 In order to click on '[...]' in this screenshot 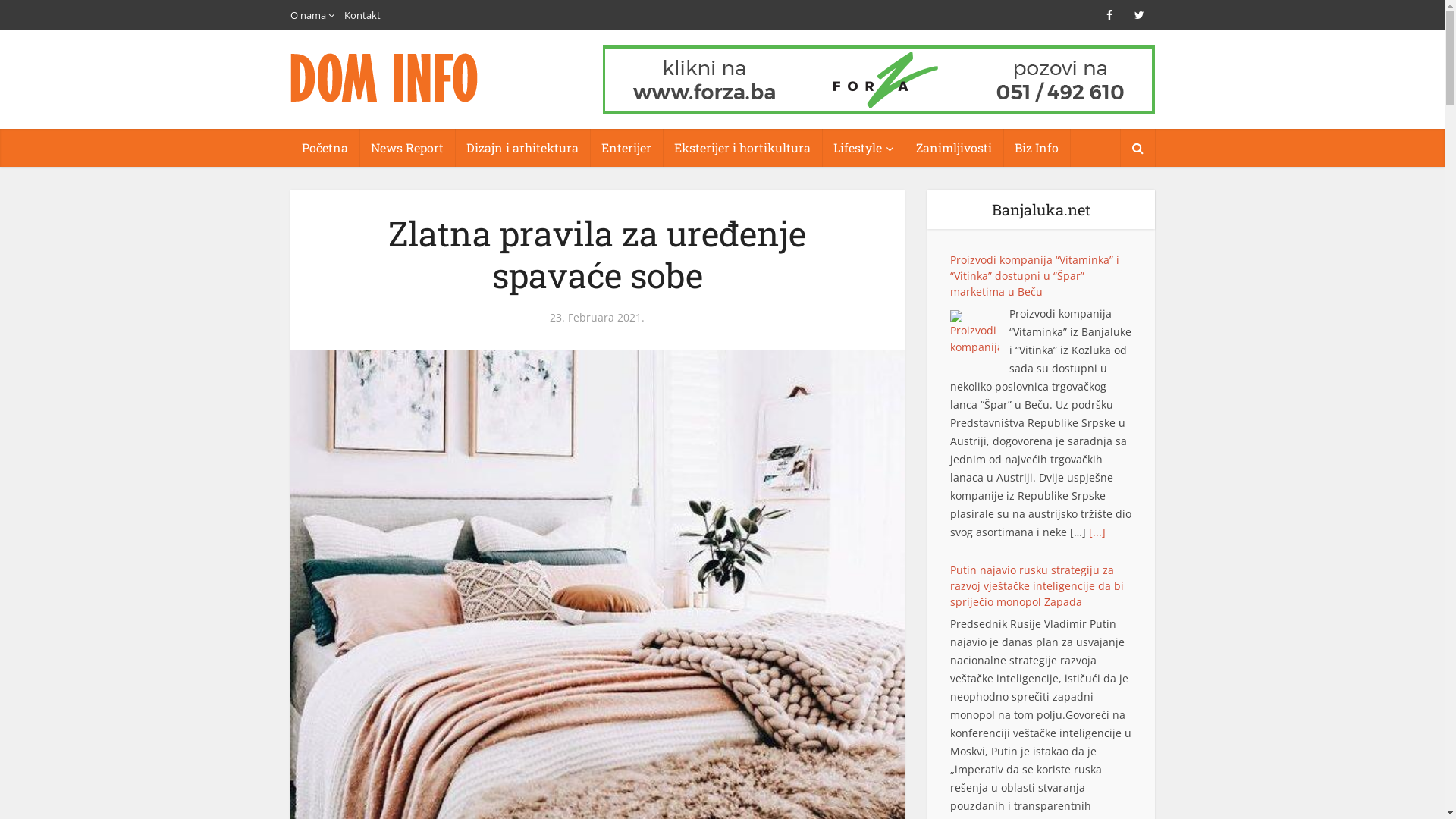, I will do `click(1097, 789)`.